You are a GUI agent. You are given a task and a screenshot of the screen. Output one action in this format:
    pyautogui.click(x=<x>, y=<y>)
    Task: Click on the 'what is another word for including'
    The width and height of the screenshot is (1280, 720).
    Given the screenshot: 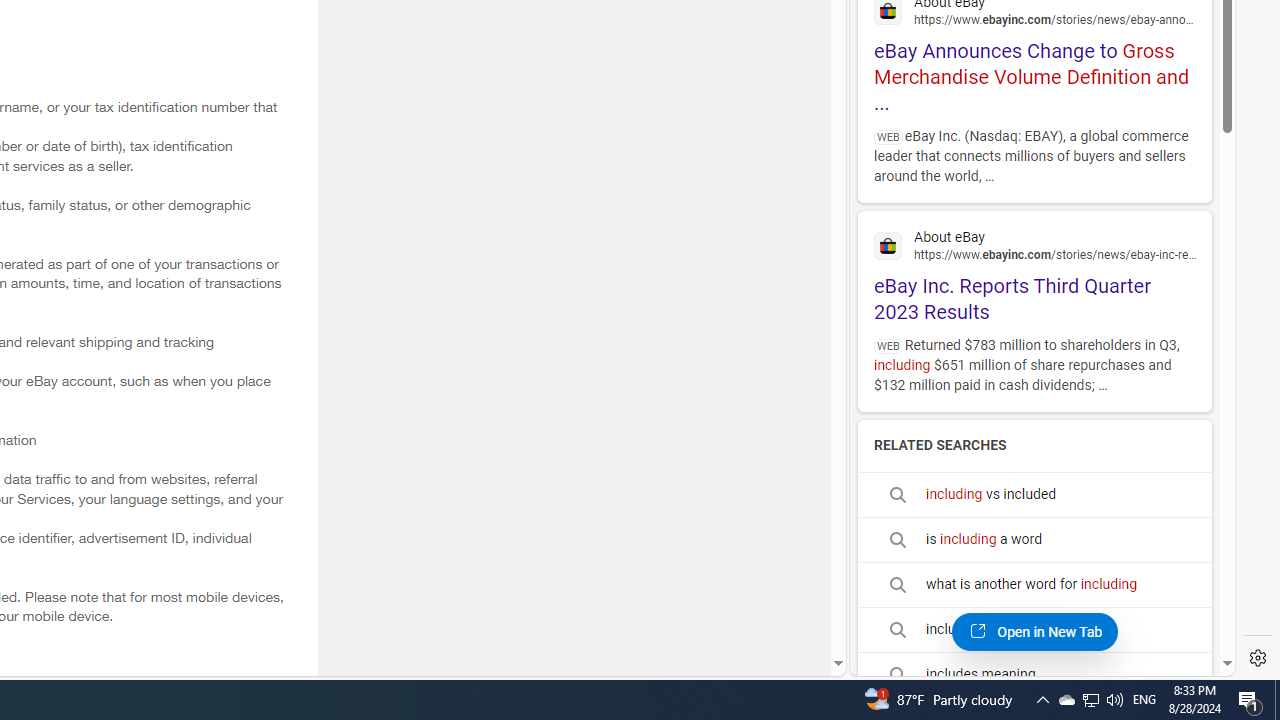 What is the action you would take?
    pyautogui.click(x=1034, y=585)
    